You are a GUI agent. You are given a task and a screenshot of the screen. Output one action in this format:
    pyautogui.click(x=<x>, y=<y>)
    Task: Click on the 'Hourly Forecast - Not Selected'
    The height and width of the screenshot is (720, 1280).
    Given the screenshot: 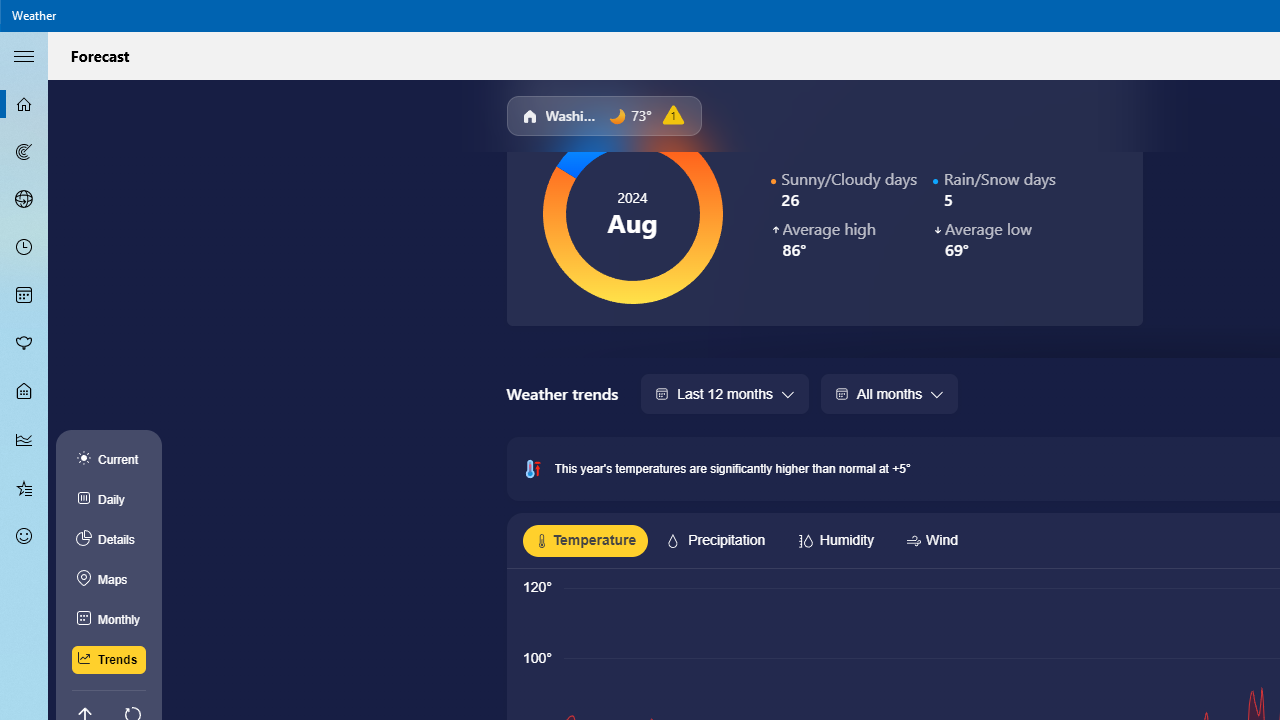 What is the action you would take?
    pyautogui.click(x=24, y=247)
    